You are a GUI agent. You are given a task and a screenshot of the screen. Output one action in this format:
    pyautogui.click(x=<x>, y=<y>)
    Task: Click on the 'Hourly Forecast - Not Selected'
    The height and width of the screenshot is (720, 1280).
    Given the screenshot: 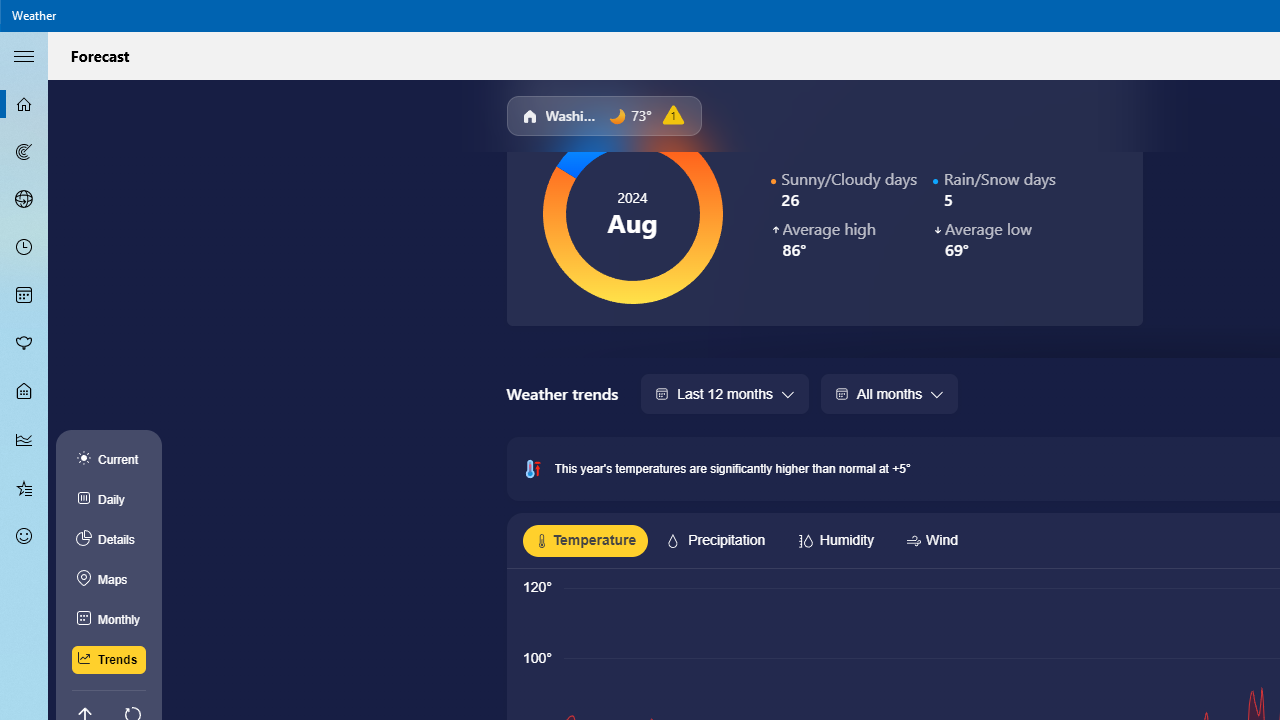 What is the action you would take?
    pyautogui.click(x=24, y=247)
    